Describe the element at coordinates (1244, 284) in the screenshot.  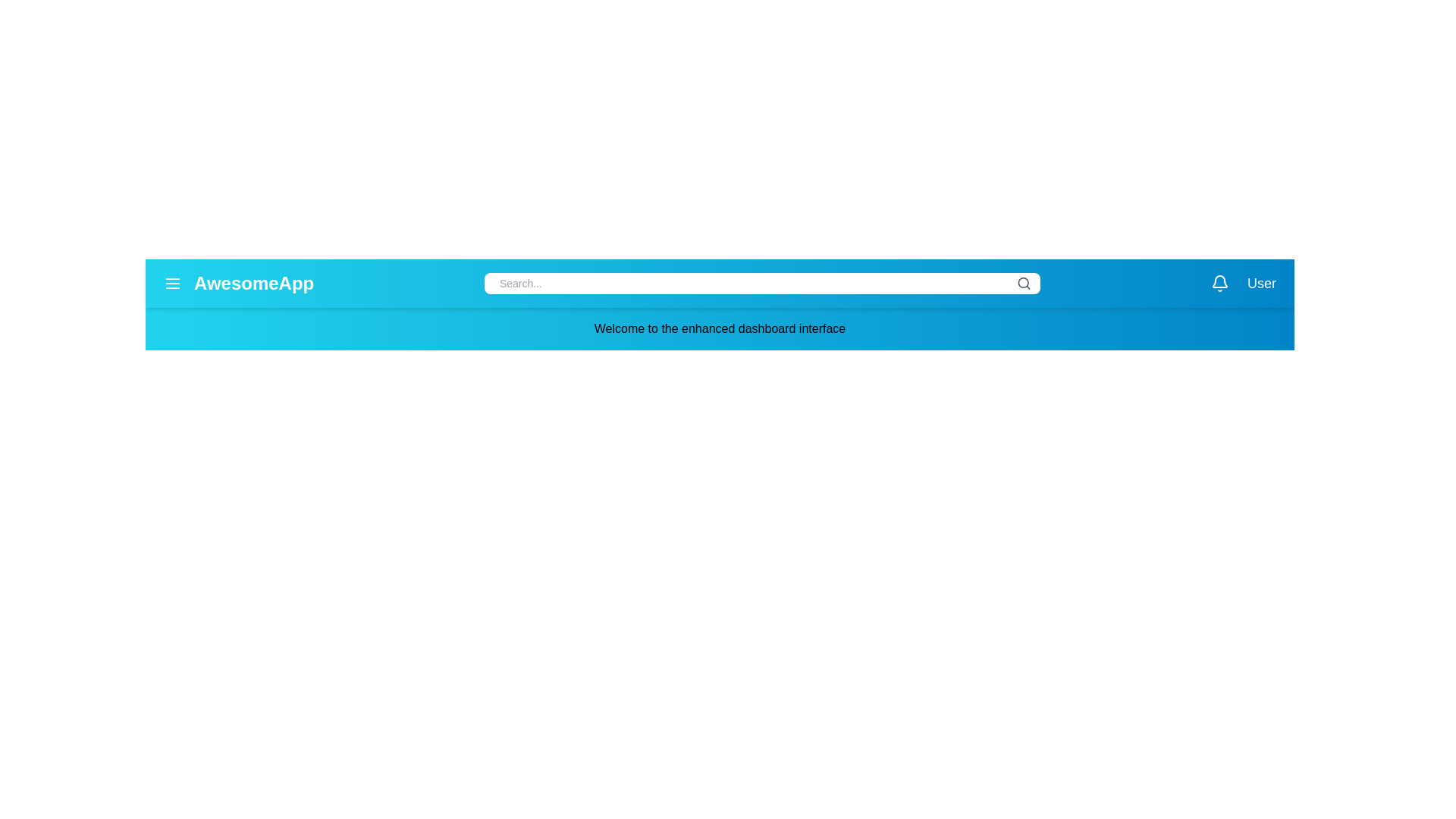
I see `for updates on the 'User' text label located at the top-right corner of the navigation bar, adjacent to the bell icon` at that location.